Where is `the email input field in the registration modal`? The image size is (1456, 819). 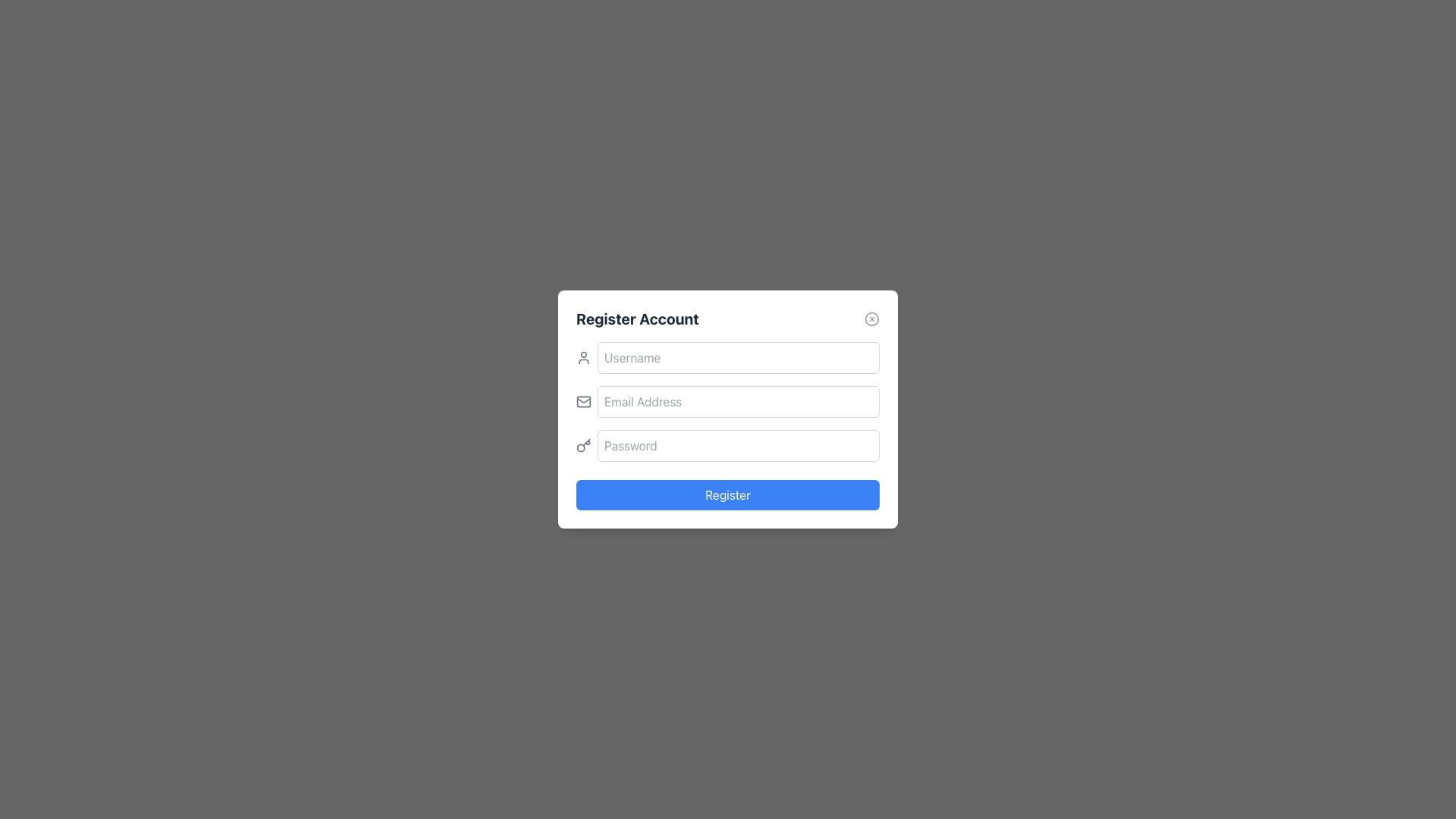 the email input field in the registration modal is located at coordinates (728, 409).